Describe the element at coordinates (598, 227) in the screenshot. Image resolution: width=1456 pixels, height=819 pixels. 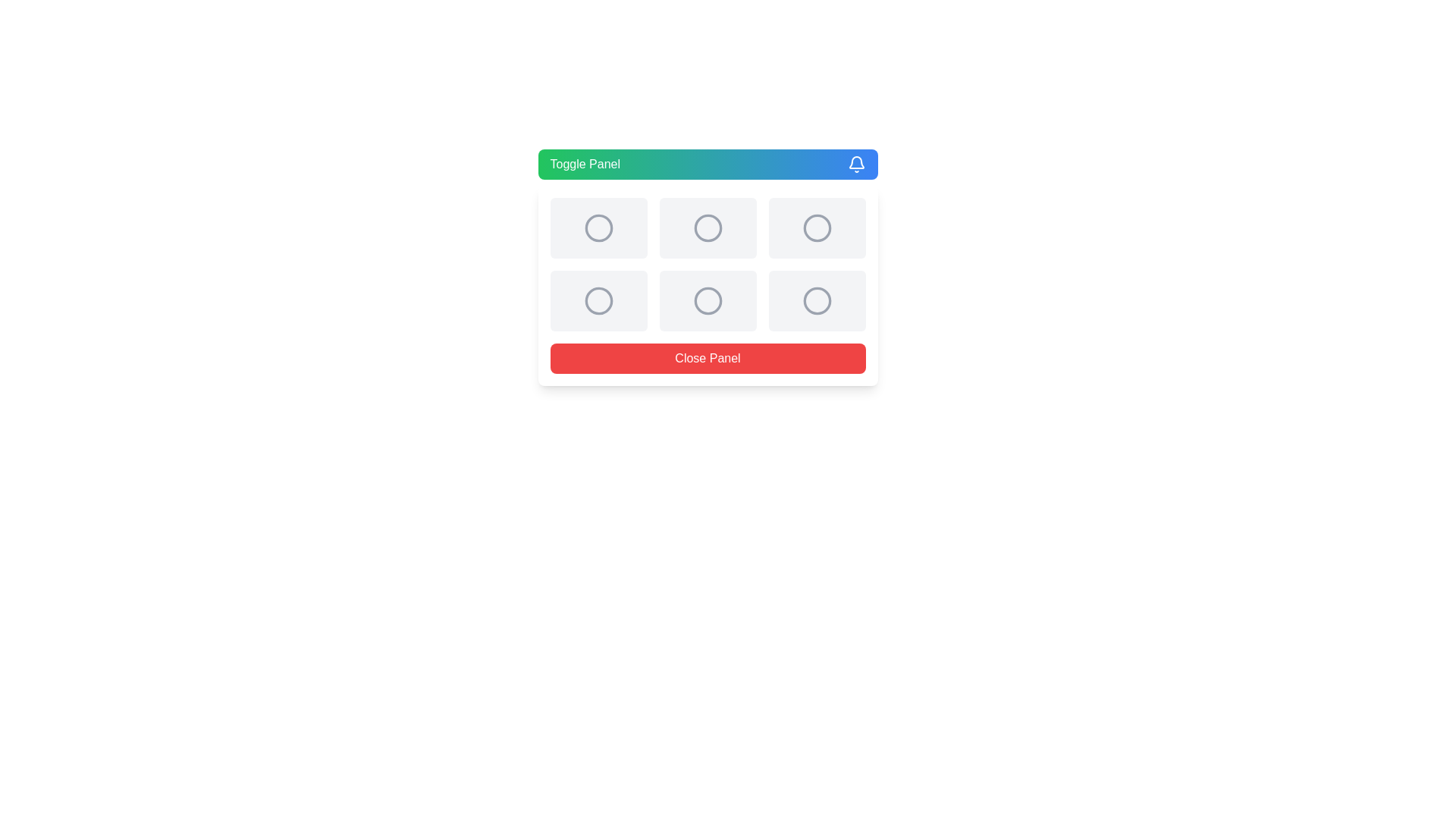
I see `the Circle icon located at the top-left corner of the 3x2 grid, which has a gray outline and a white center` at that location.